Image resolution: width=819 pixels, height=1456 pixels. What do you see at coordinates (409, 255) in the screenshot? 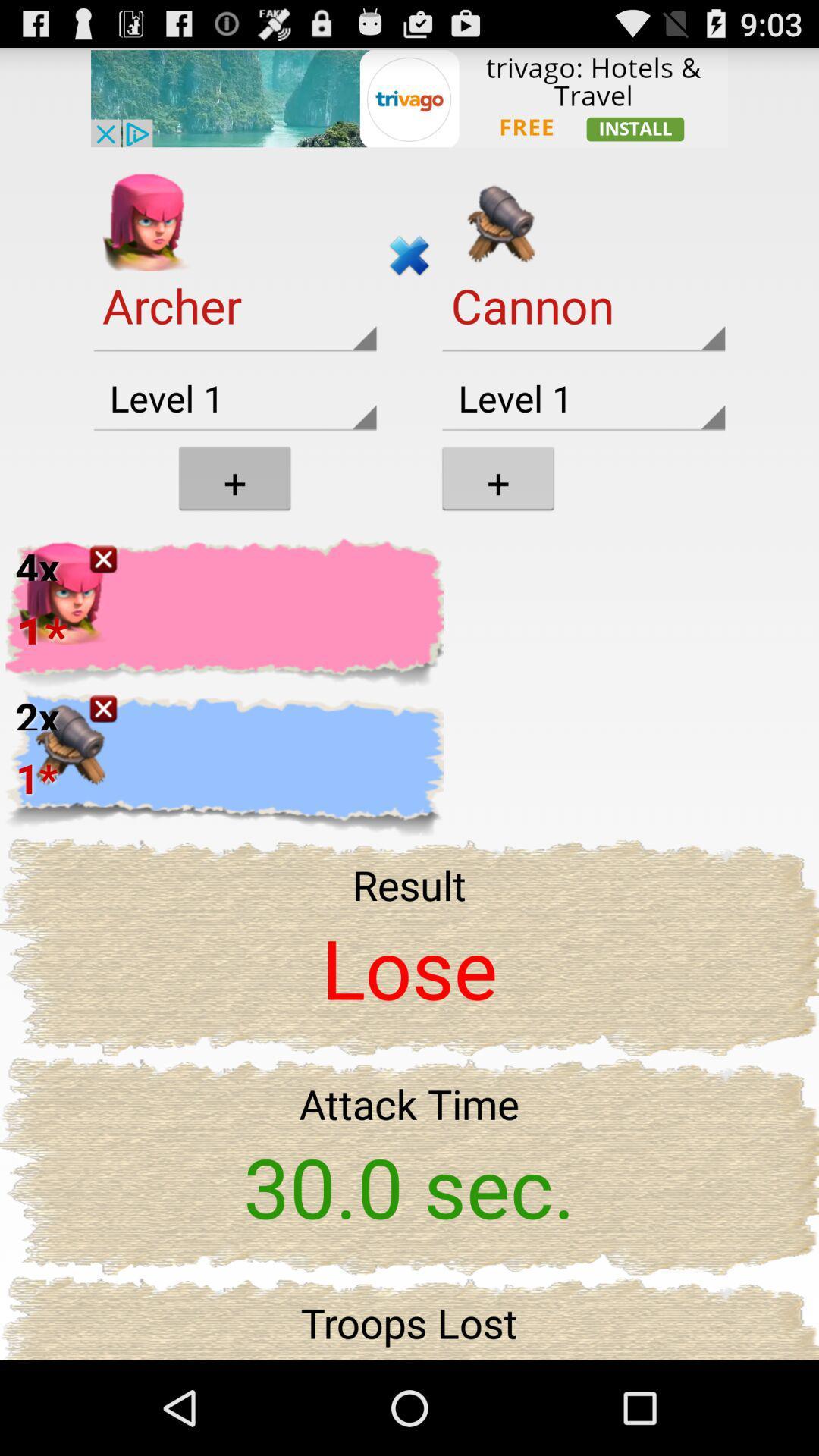
I see `cross symbol` at bounding box center [409, 255].